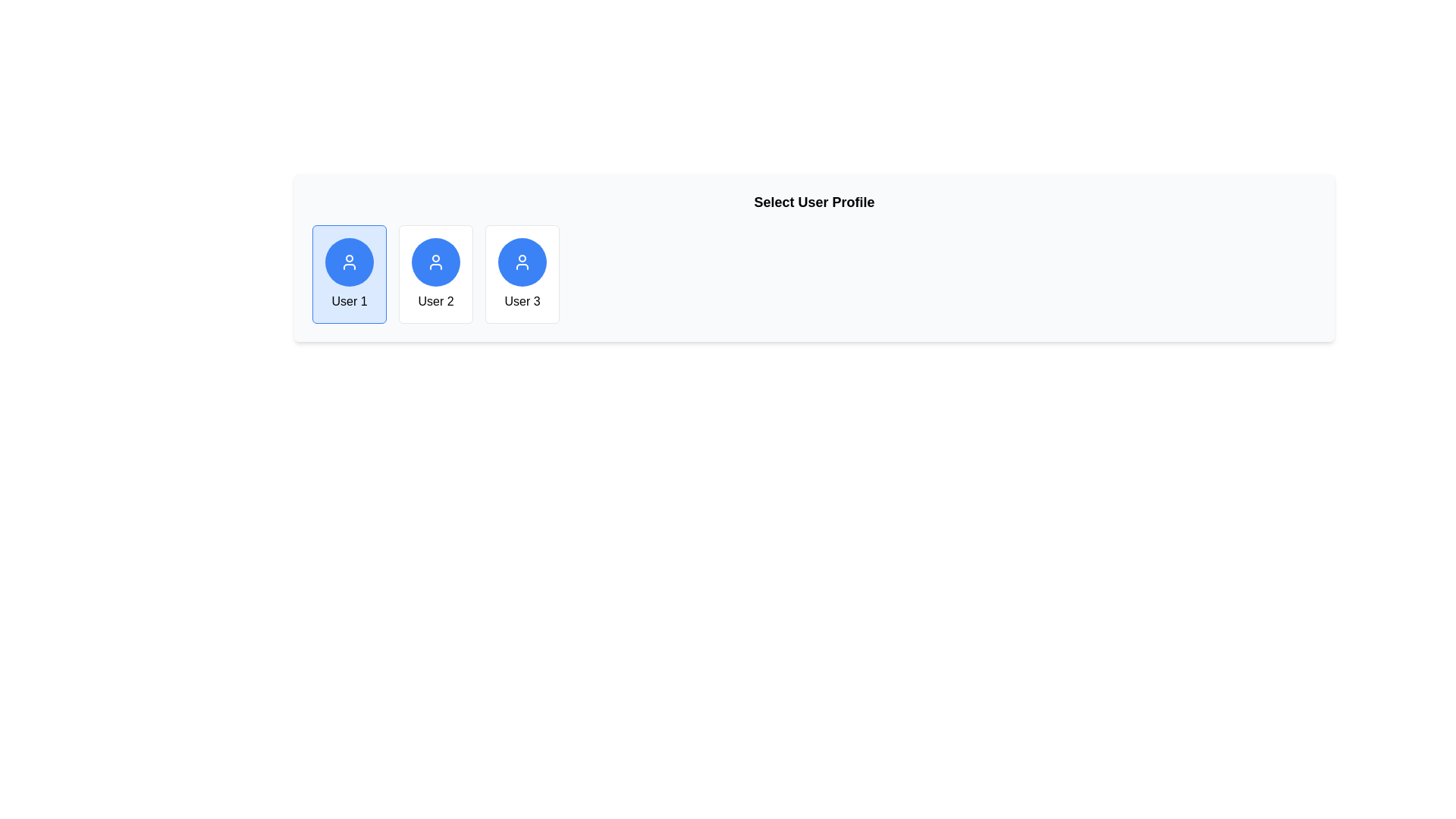 The image size is (1456, 819). What do you see at coordinates (814, 201) in the screenshot?
I see `the header displaying 'Select User Profile,' which is styled in bold and larger font, located above the list of user profiles` at bounding box center [814, 201].